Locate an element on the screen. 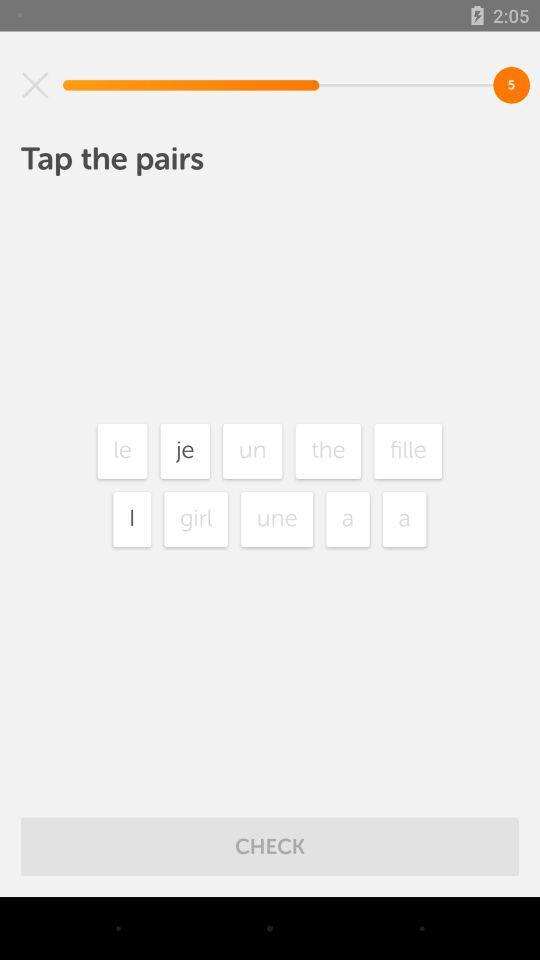 This screenshot has width=540, height=960. item next to the le is located at coordinates (185, 451).